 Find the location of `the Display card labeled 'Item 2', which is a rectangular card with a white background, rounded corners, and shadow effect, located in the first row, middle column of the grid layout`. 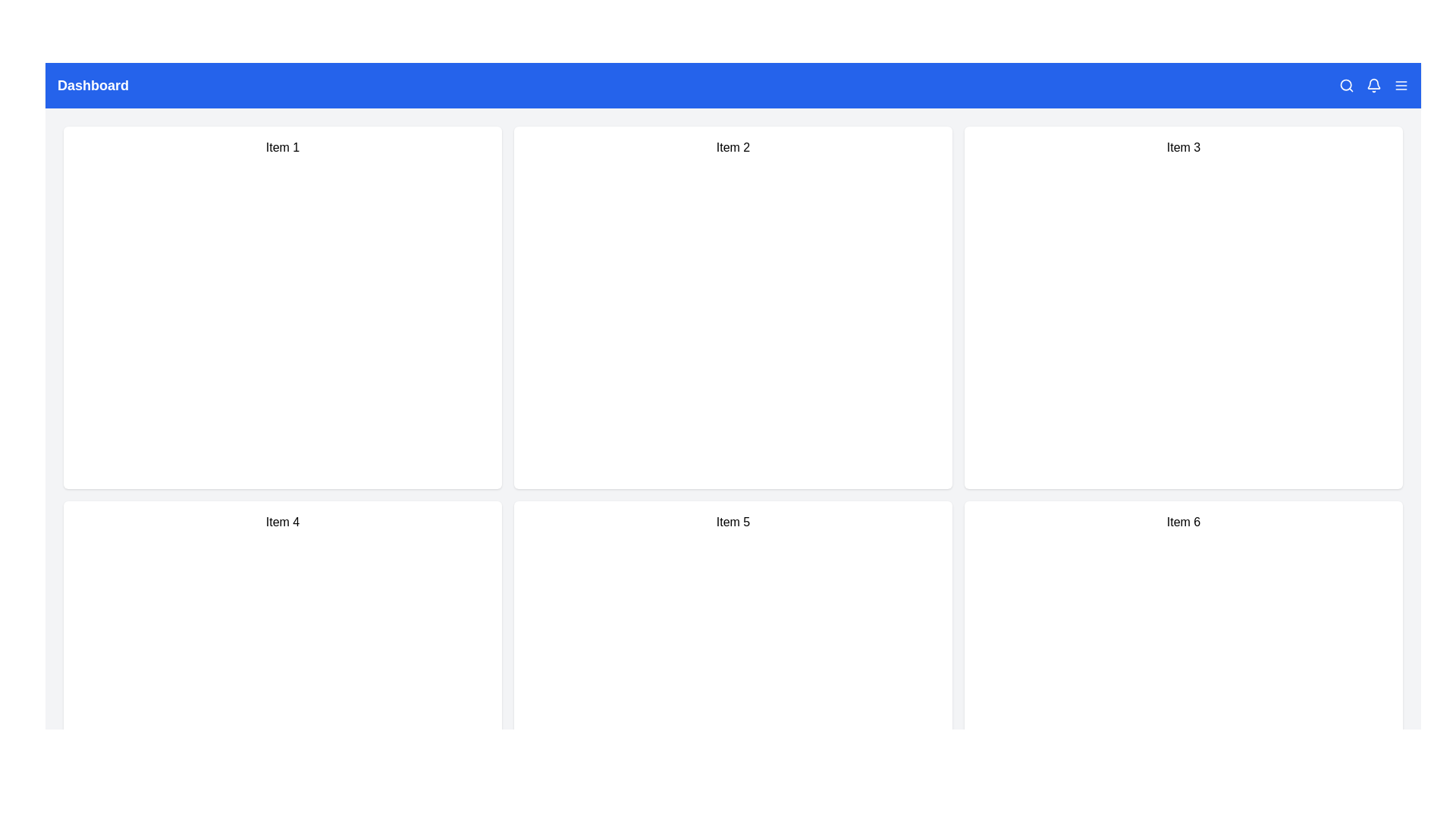

the Display card labeled 'Item 2', which is a rectangular card with a white background, rounded corners, and shadow effect, located in the first row, middle column of the grid layout is located at coordinates (733, 307).